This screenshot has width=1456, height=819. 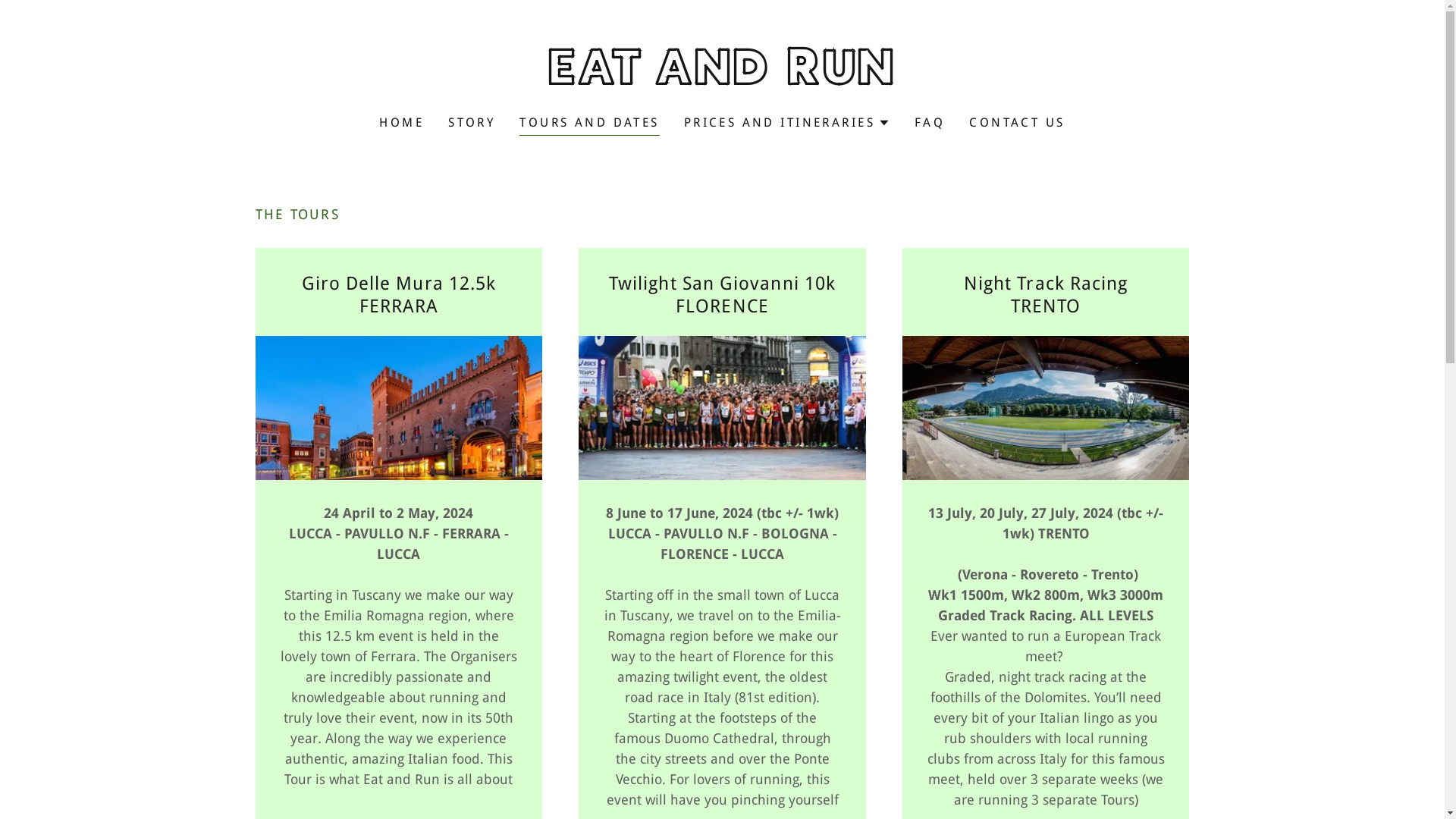 What do you see at coordinates (964, 122) in the screenshot?
I see `'CONTACT US'` at bounding box center [964, 122].